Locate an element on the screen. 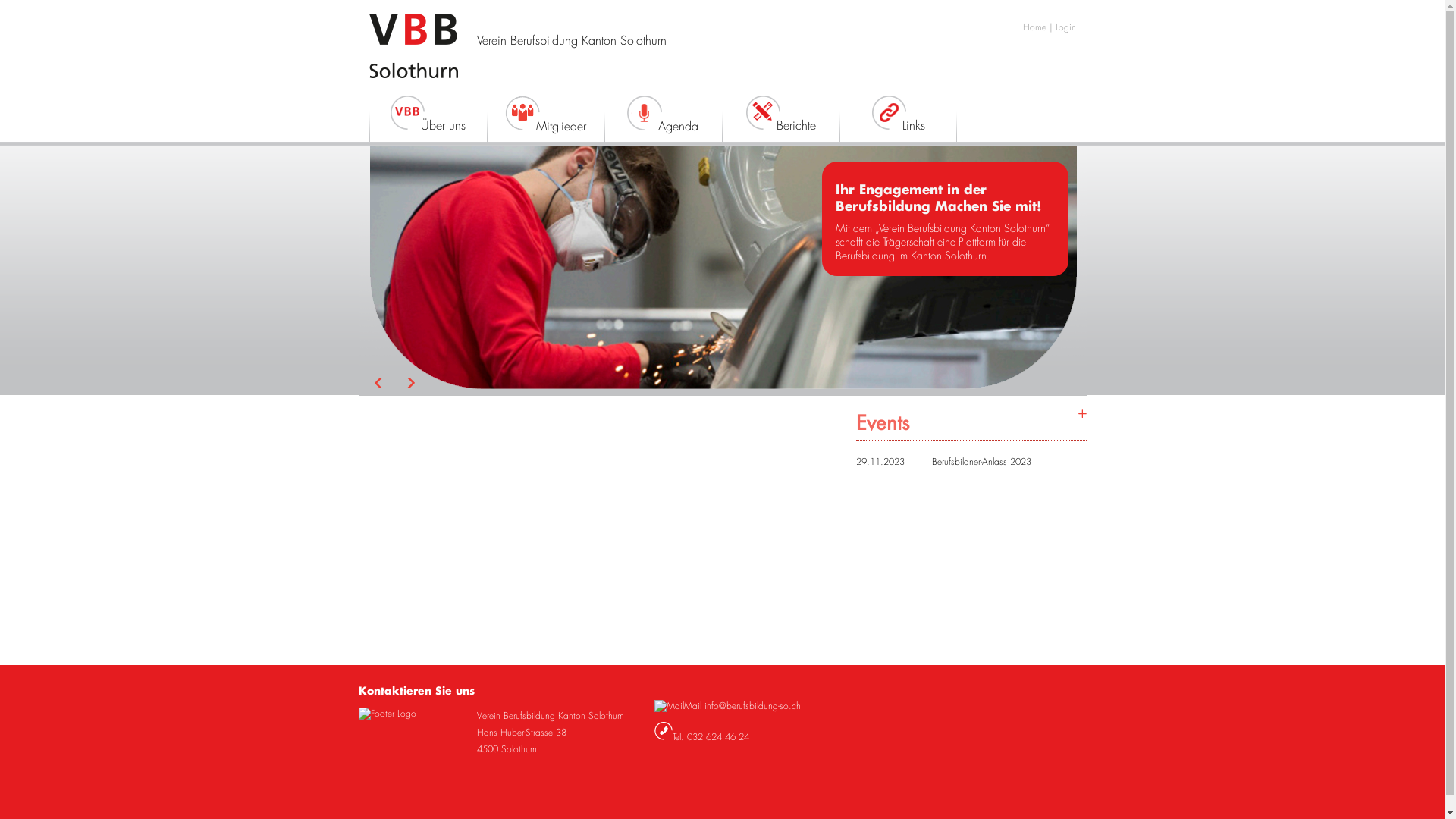  'Home' is located at coordinates (1022, 27).